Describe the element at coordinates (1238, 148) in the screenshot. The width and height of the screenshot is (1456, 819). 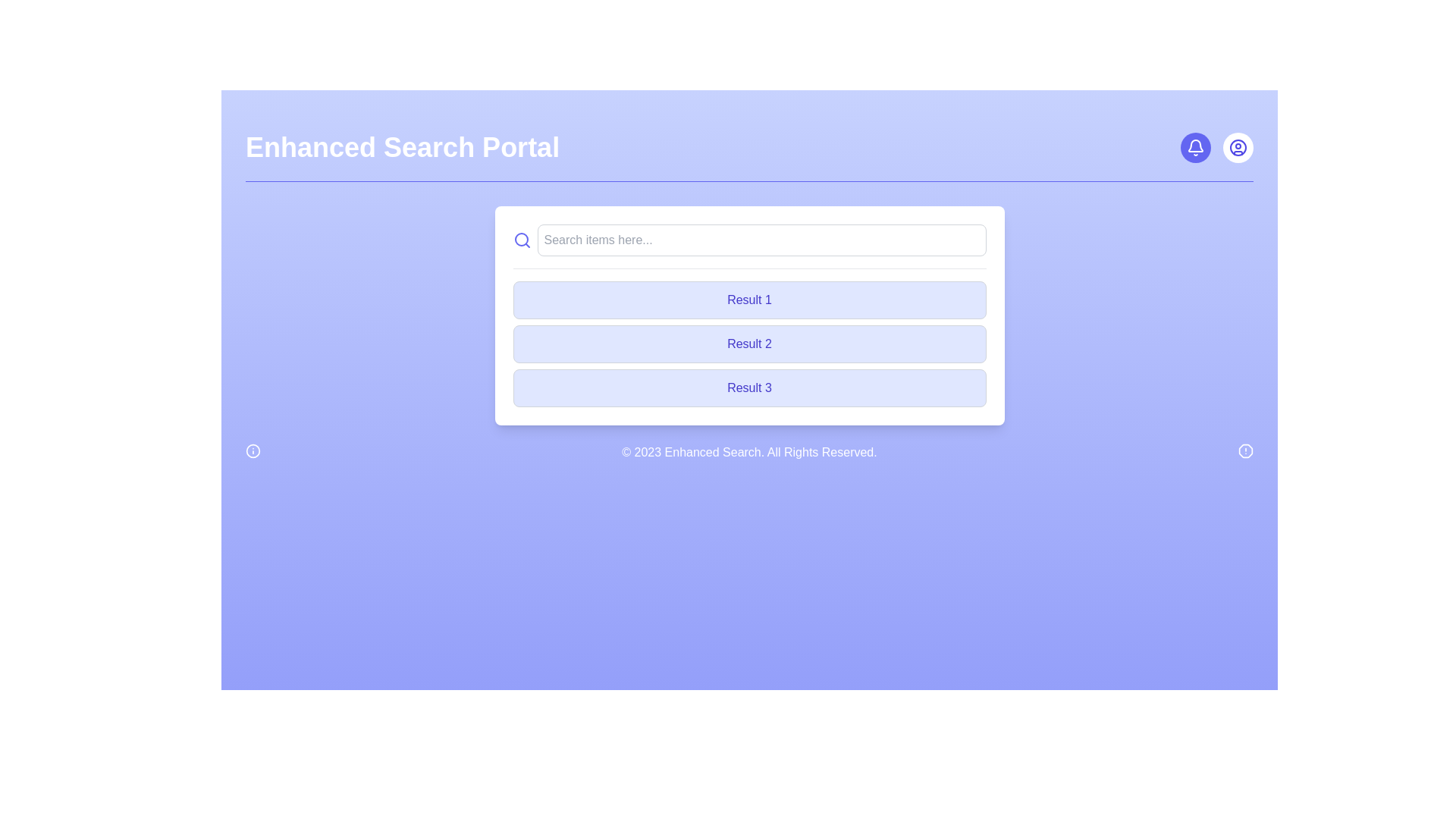
I see `the decorative circular border surrounding the user account icon located in the upper-right corner of the interface` at that location.